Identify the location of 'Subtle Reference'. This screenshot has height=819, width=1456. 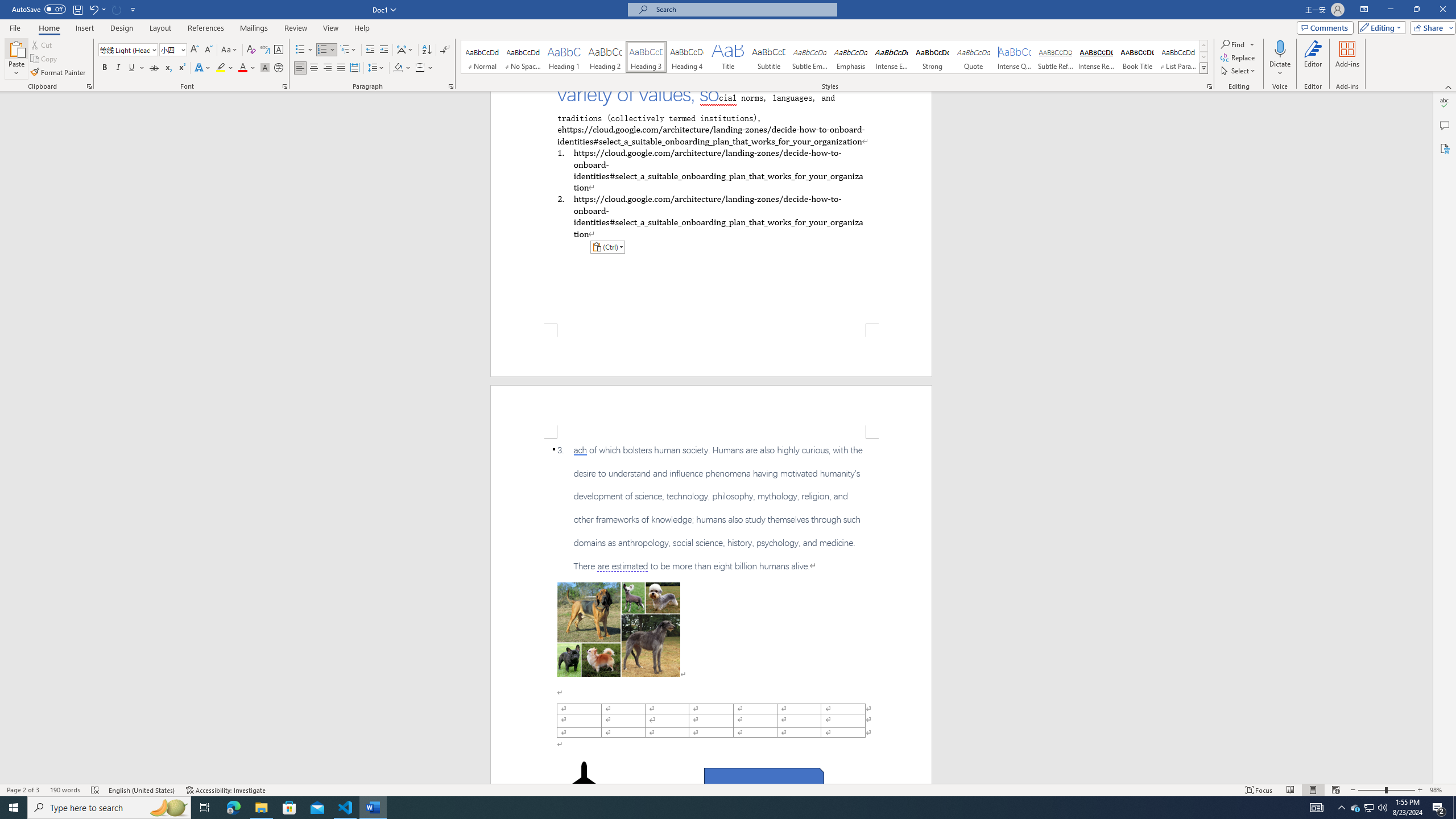
(1055, 56).